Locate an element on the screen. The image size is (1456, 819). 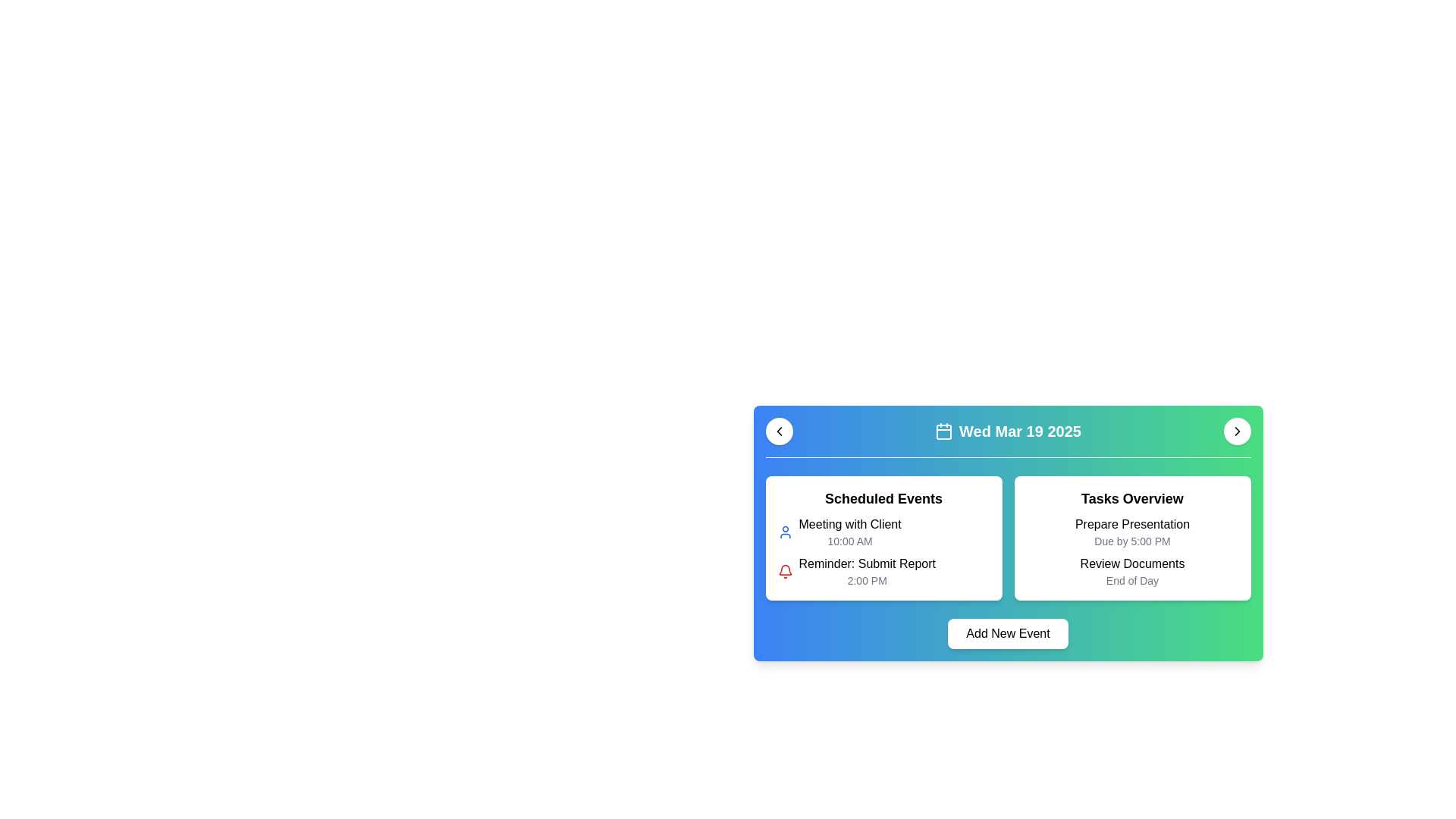
the Text label that indicates the due time of a specific task, located directly below the 'Prepare Presentation' header in the 'Tasks Overview' card is located at coordinates (1132, 540).